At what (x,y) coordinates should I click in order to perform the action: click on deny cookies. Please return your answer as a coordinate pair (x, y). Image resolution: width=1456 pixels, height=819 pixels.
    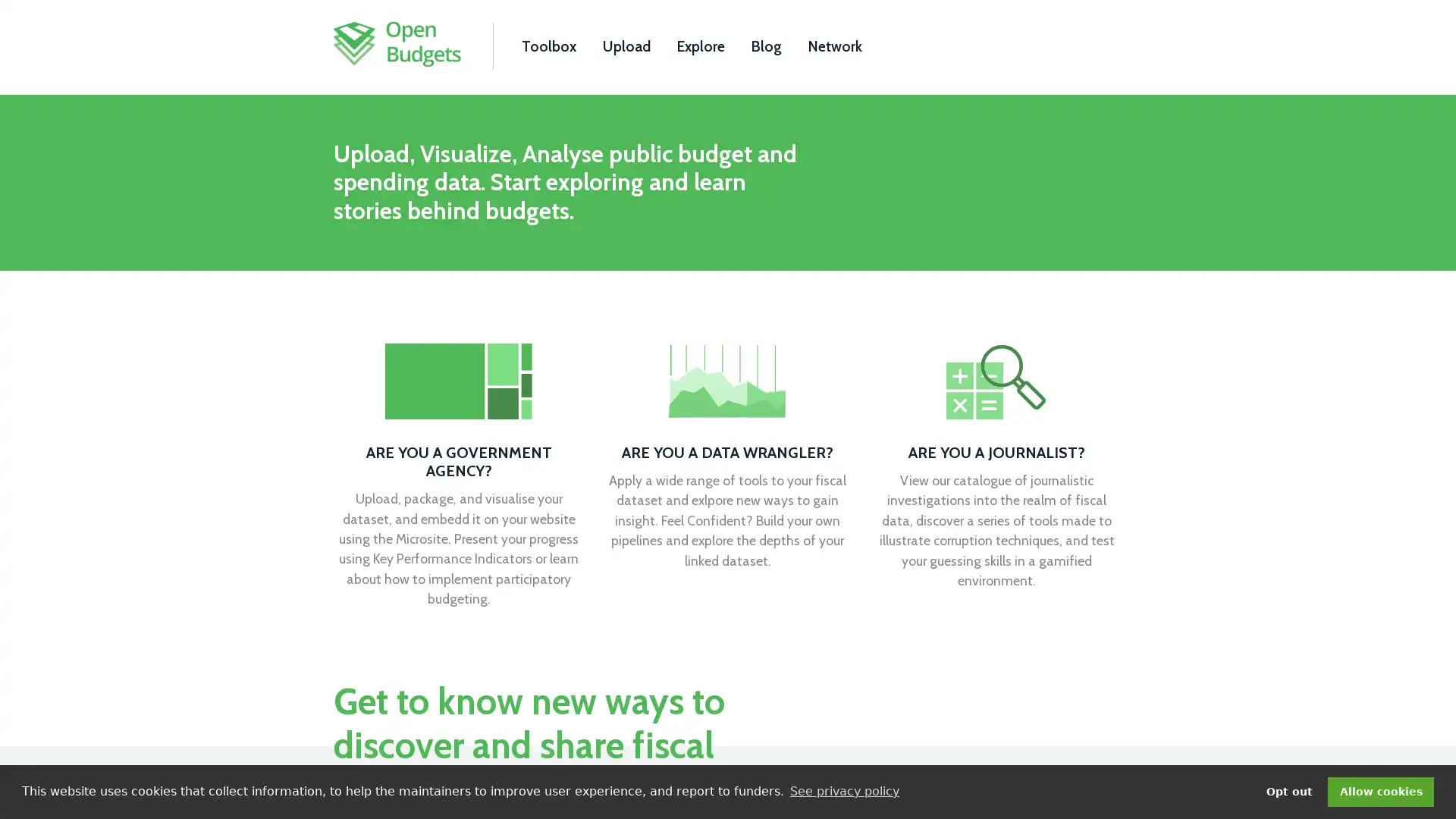
    Looking at the image, I should click on (1288, 791).